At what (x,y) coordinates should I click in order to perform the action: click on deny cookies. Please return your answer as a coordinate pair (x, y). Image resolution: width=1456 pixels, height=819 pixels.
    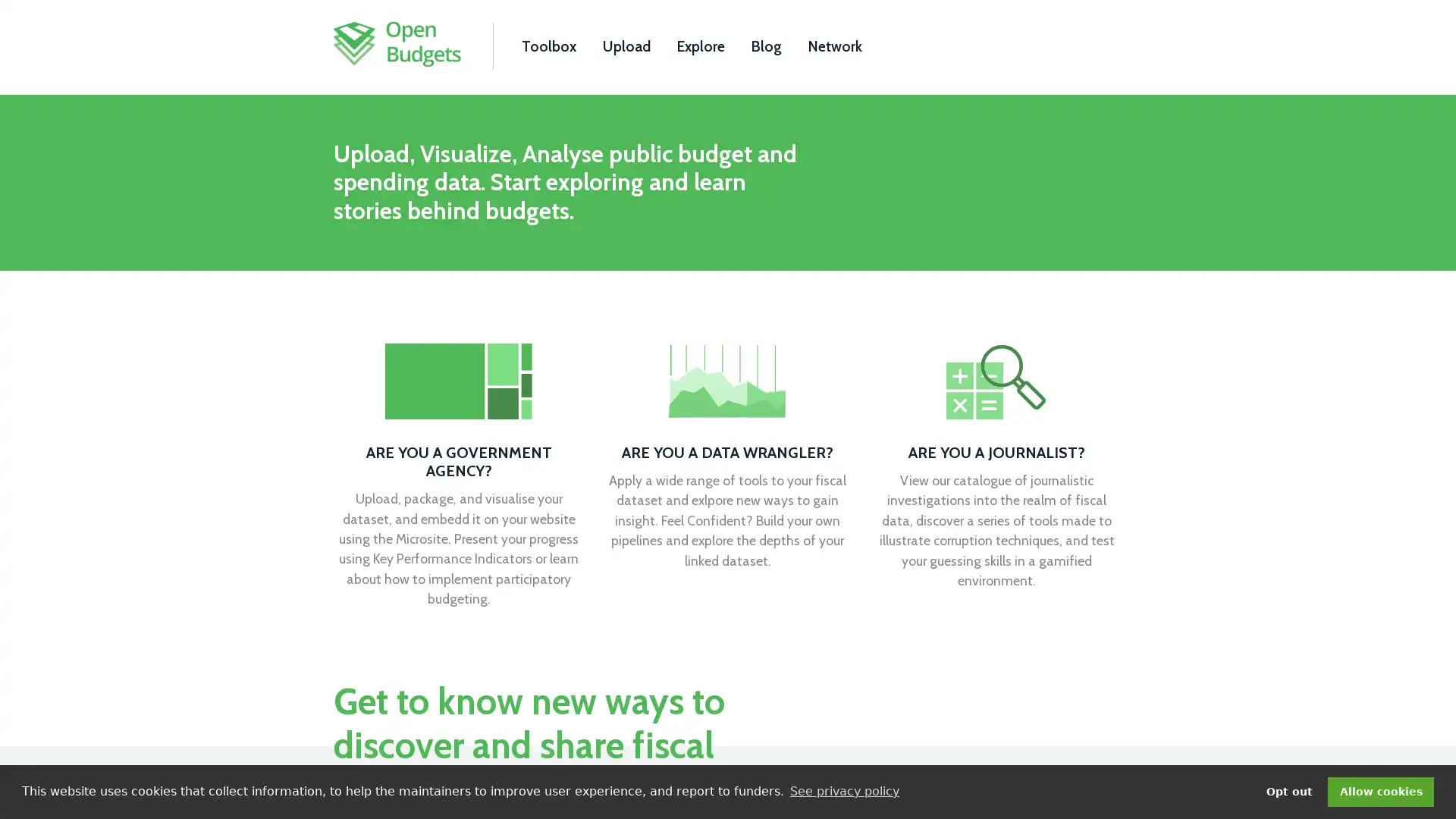
    Looking at the image, I should click on (1288, 791).